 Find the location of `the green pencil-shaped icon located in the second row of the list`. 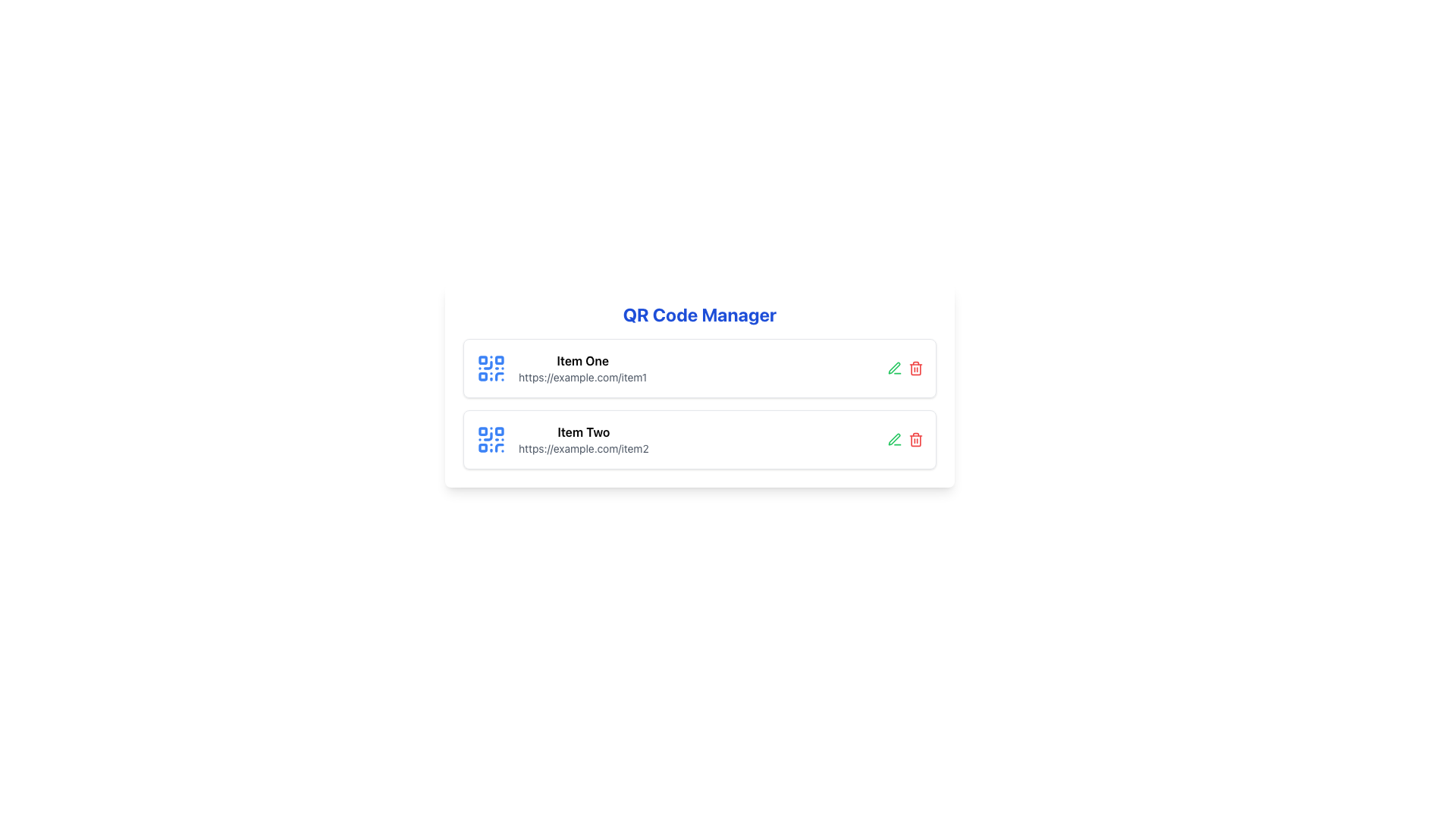

the green pencil-shaped icon located in the second row of the list is located at coordinates (895, 369).